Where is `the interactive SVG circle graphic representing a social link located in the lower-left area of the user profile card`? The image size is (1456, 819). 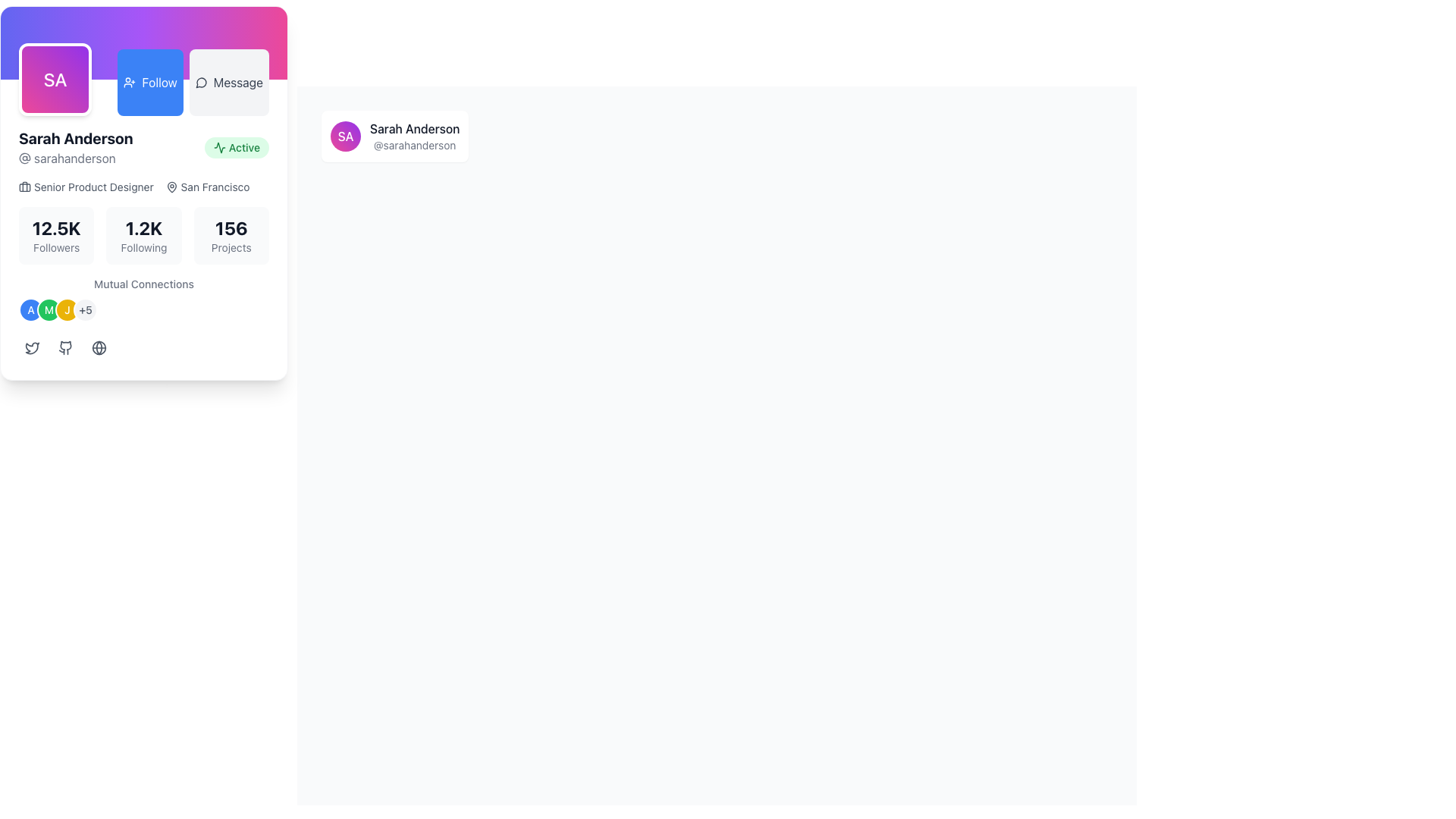 the interactive SVG circle graphic representing a social link located in the lower-left area of the user profile card is located at coordinates (98, 348).